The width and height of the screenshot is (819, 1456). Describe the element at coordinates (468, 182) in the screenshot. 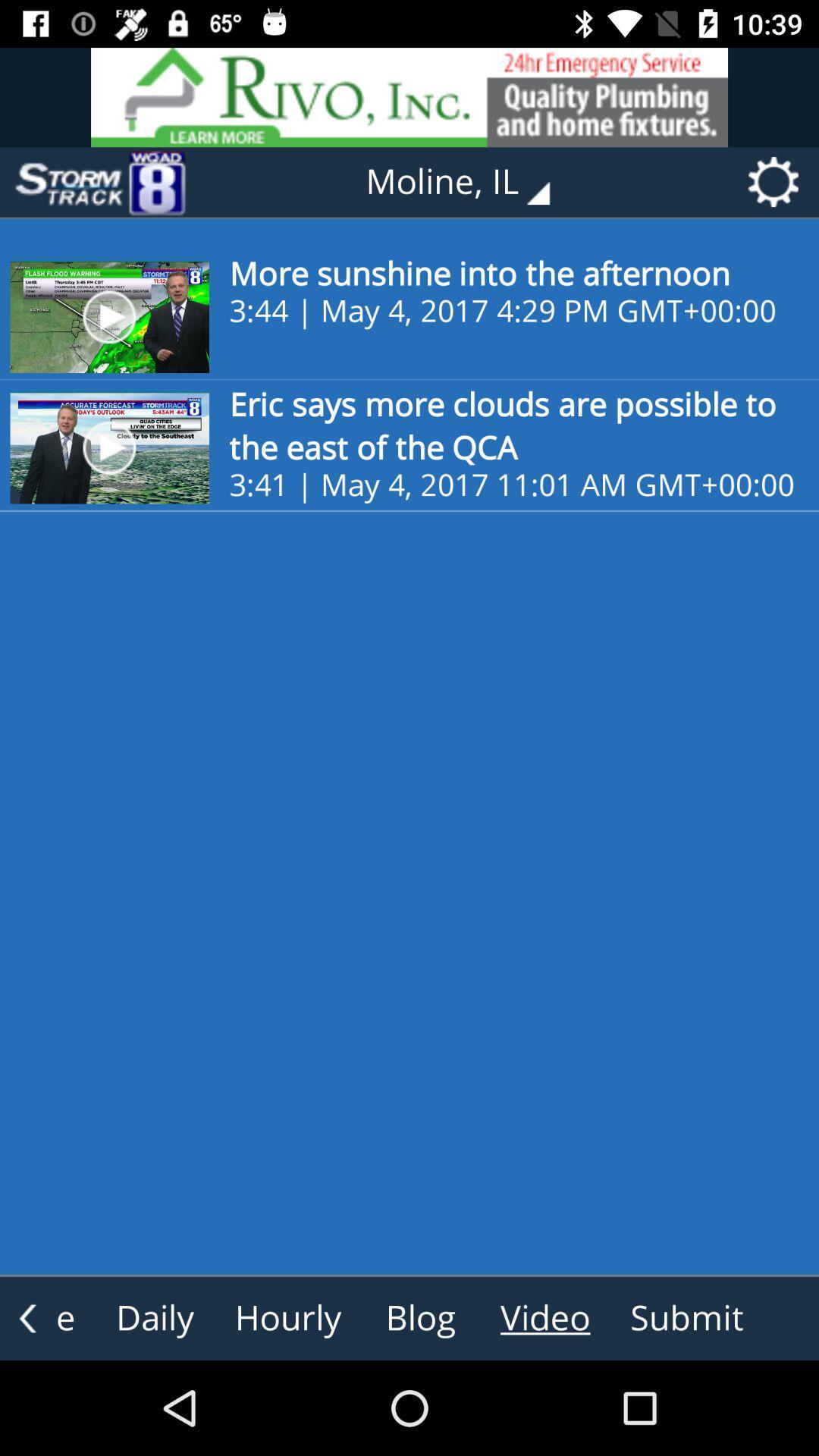

I see `moline, il` at that location.